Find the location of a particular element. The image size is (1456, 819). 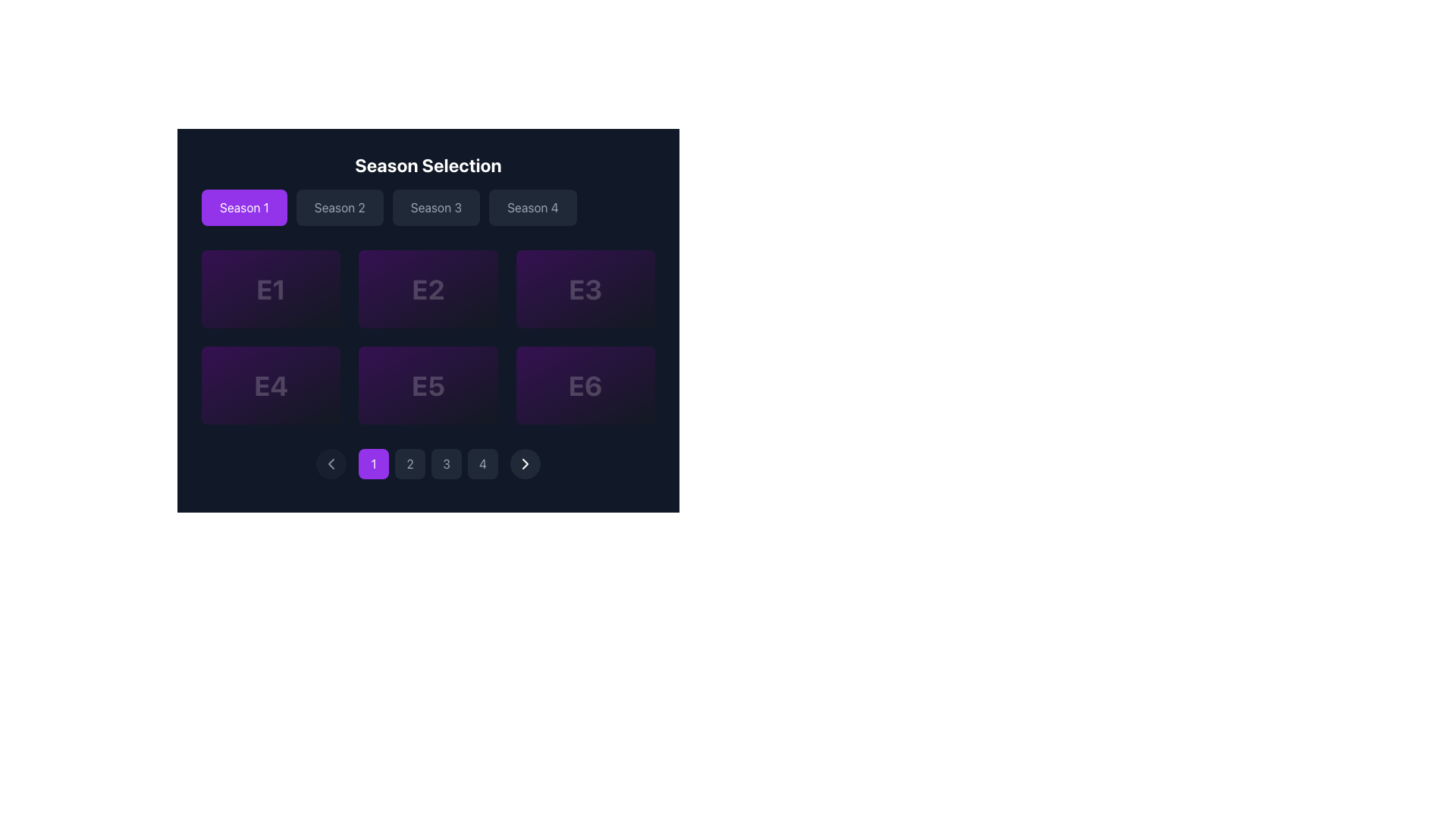

the icon located in cell 'E5' of the interactive grid, which serves as a visual indicator for marking or emphasizing a feature is located at coordinates (377, 345).